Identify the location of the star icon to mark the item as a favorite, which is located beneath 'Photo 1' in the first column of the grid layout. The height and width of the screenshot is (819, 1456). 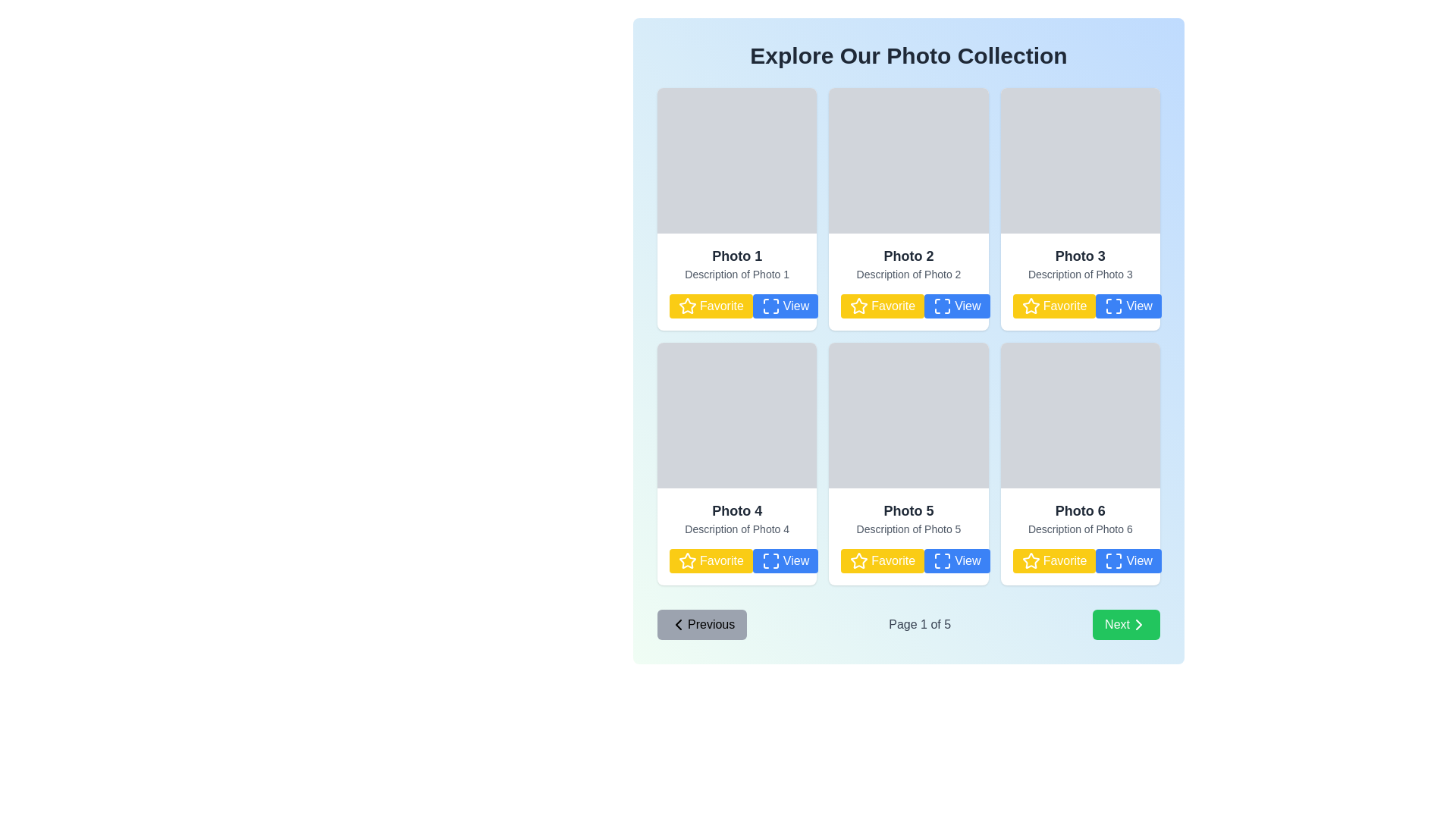
(687, 306).